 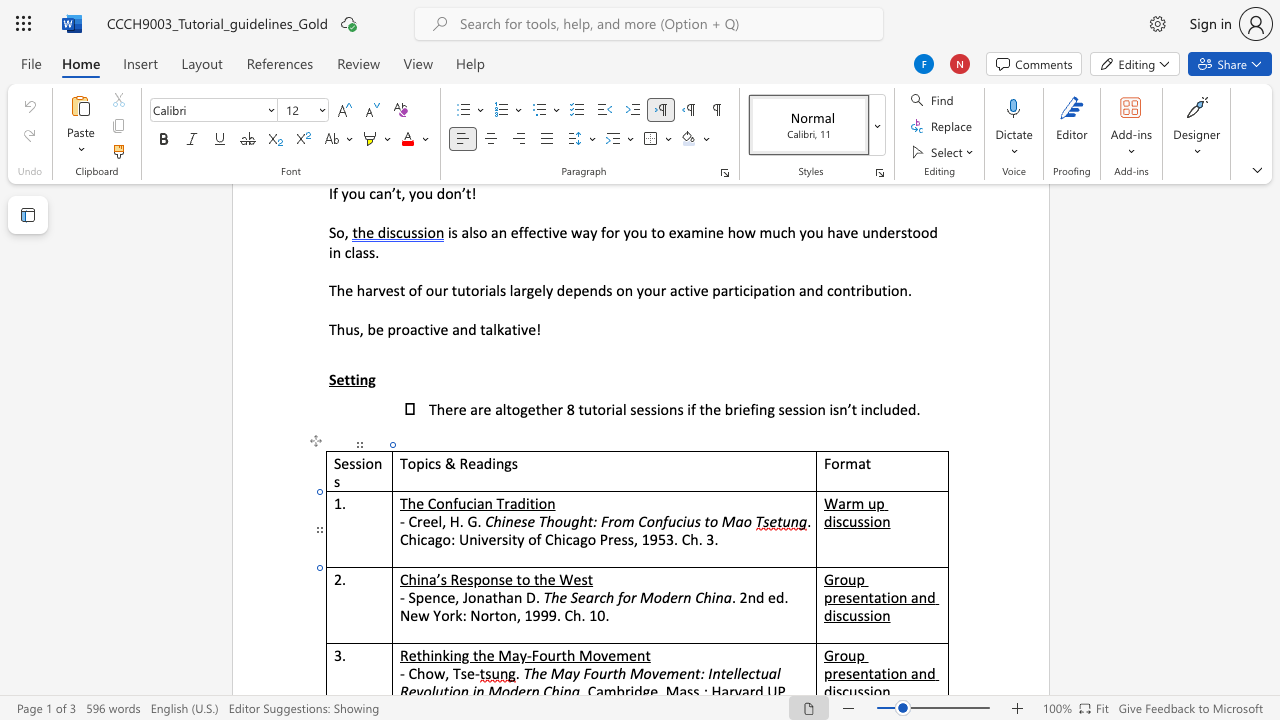 What do you see at coordinates (411, 520) in the screenshot?
I see `the 1th character "C" in the text` at bounding box center [411, 520].